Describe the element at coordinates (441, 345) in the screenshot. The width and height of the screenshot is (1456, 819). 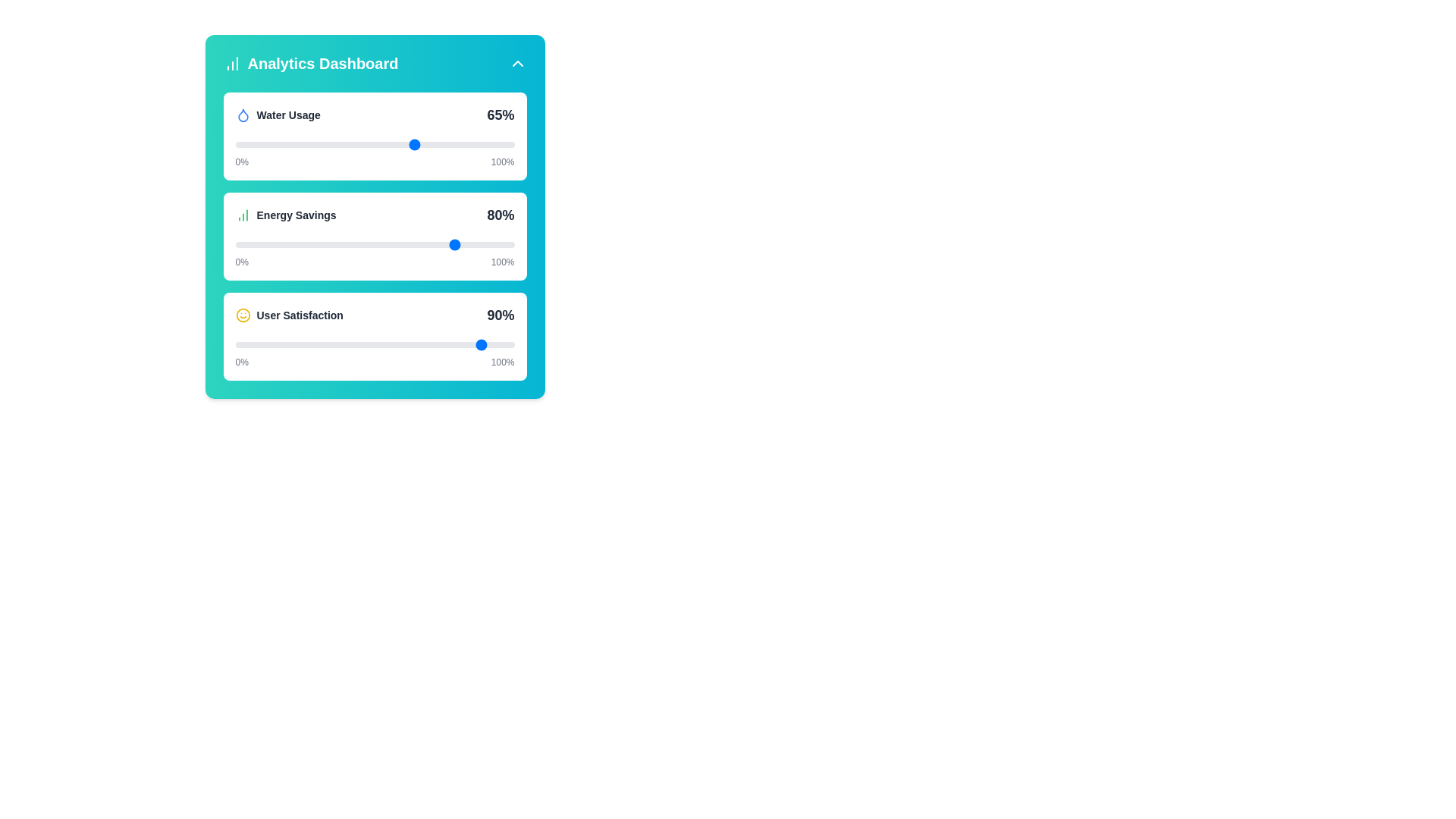
I see `User Satisfaction` at that location.